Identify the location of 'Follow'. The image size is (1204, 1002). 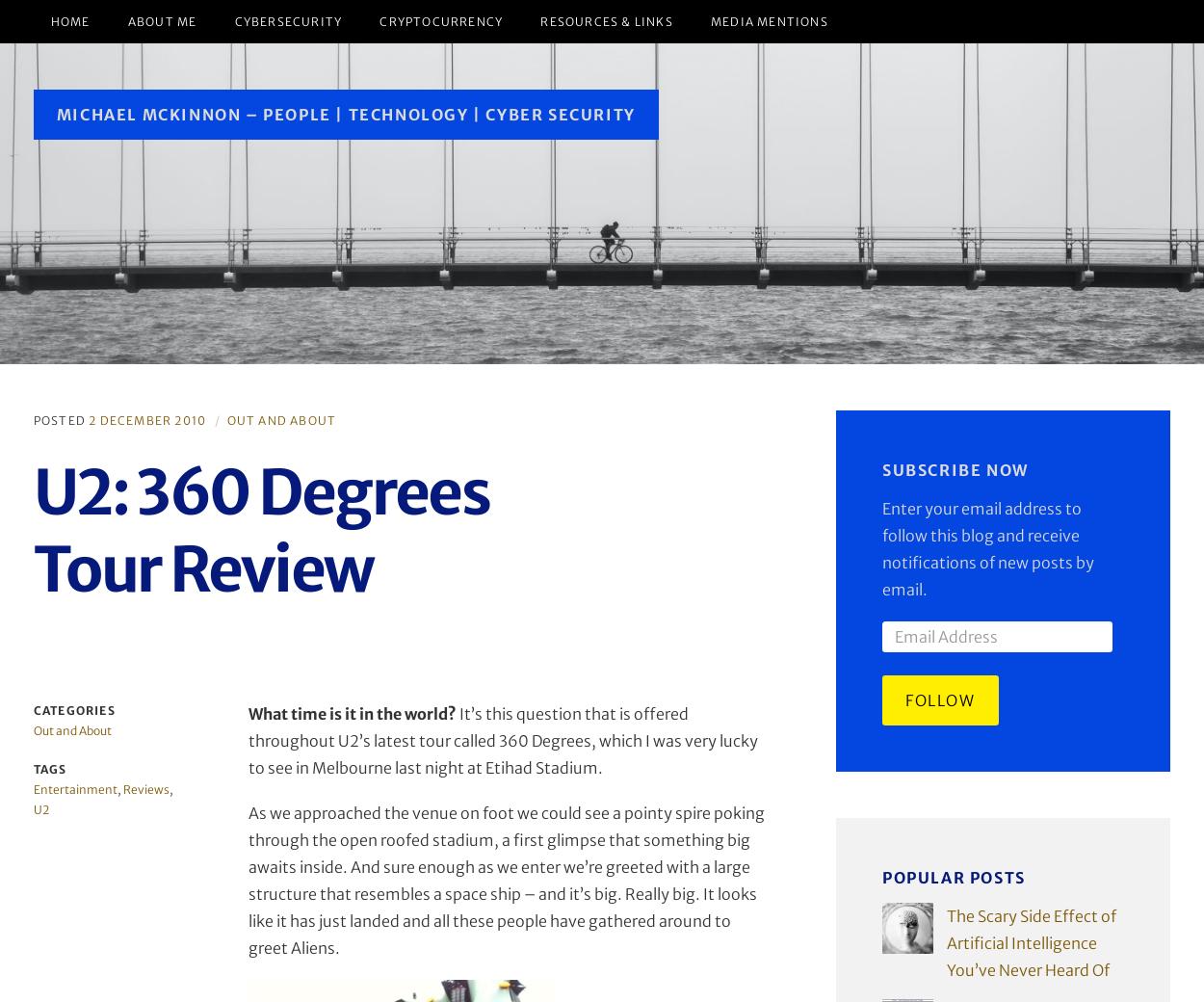
(904, 699).